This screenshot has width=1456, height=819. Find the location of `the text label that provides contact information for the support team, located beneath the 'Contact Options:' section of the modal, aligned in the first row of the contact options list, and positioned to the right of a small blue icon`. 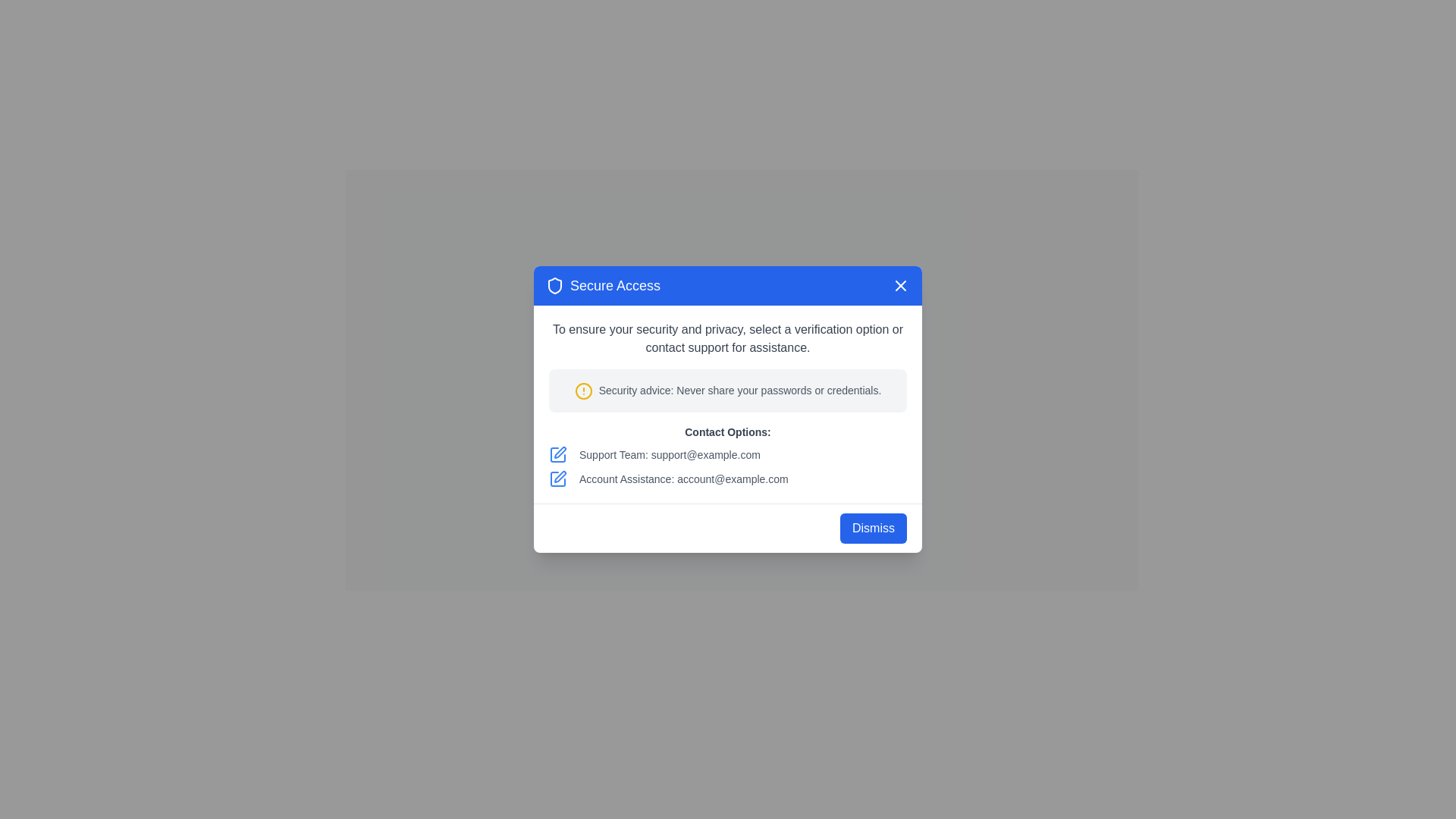

the text label that provides contact information for the support team, located beneath the 'Contact Options:' section of the modal, aligned in the first row of the contact options list, and positioned to the right of a small blue icon is located at coordinates (669, 453).